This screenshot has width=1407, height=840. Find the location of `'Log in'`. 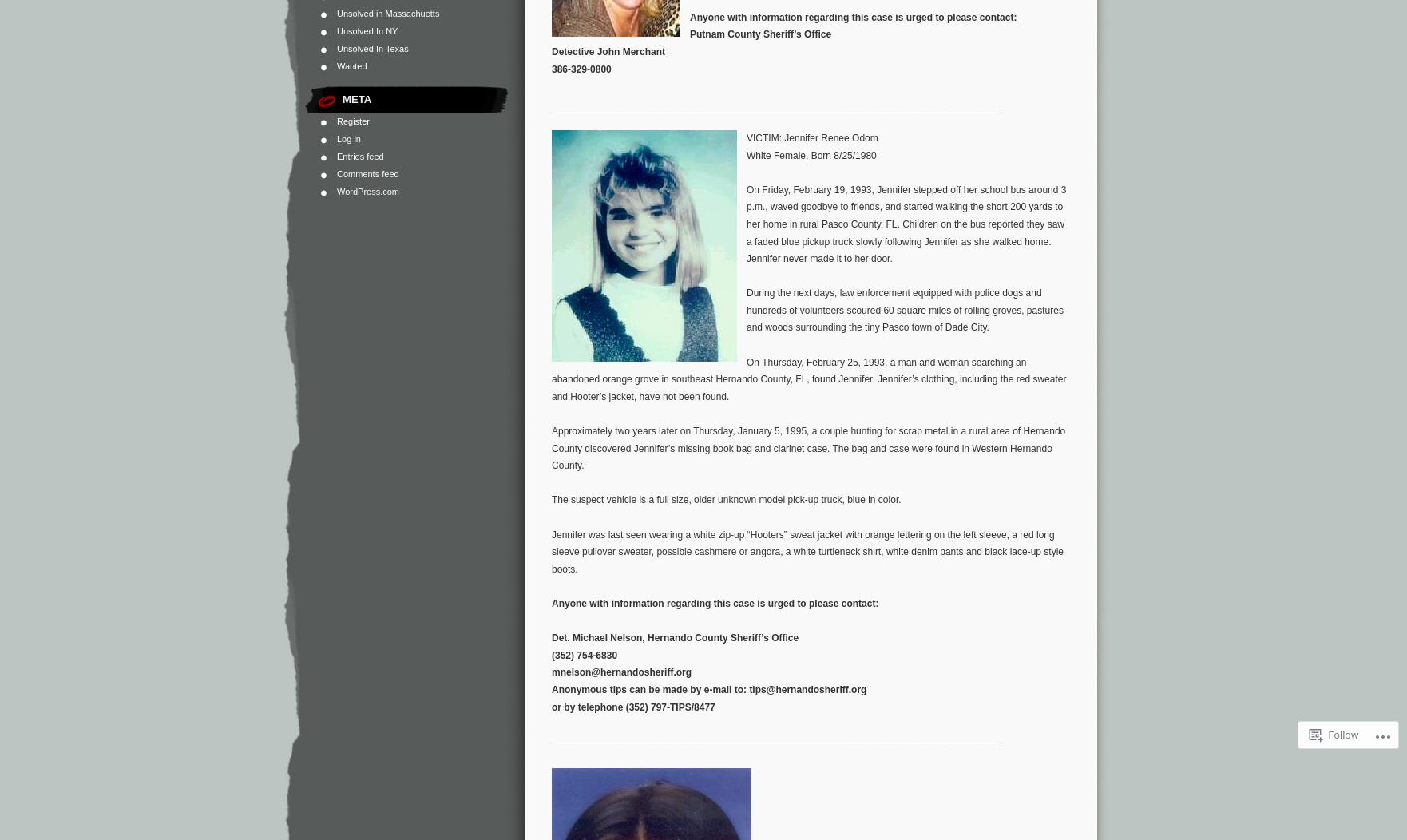

'Log in' is located at coordinates (348, 138).